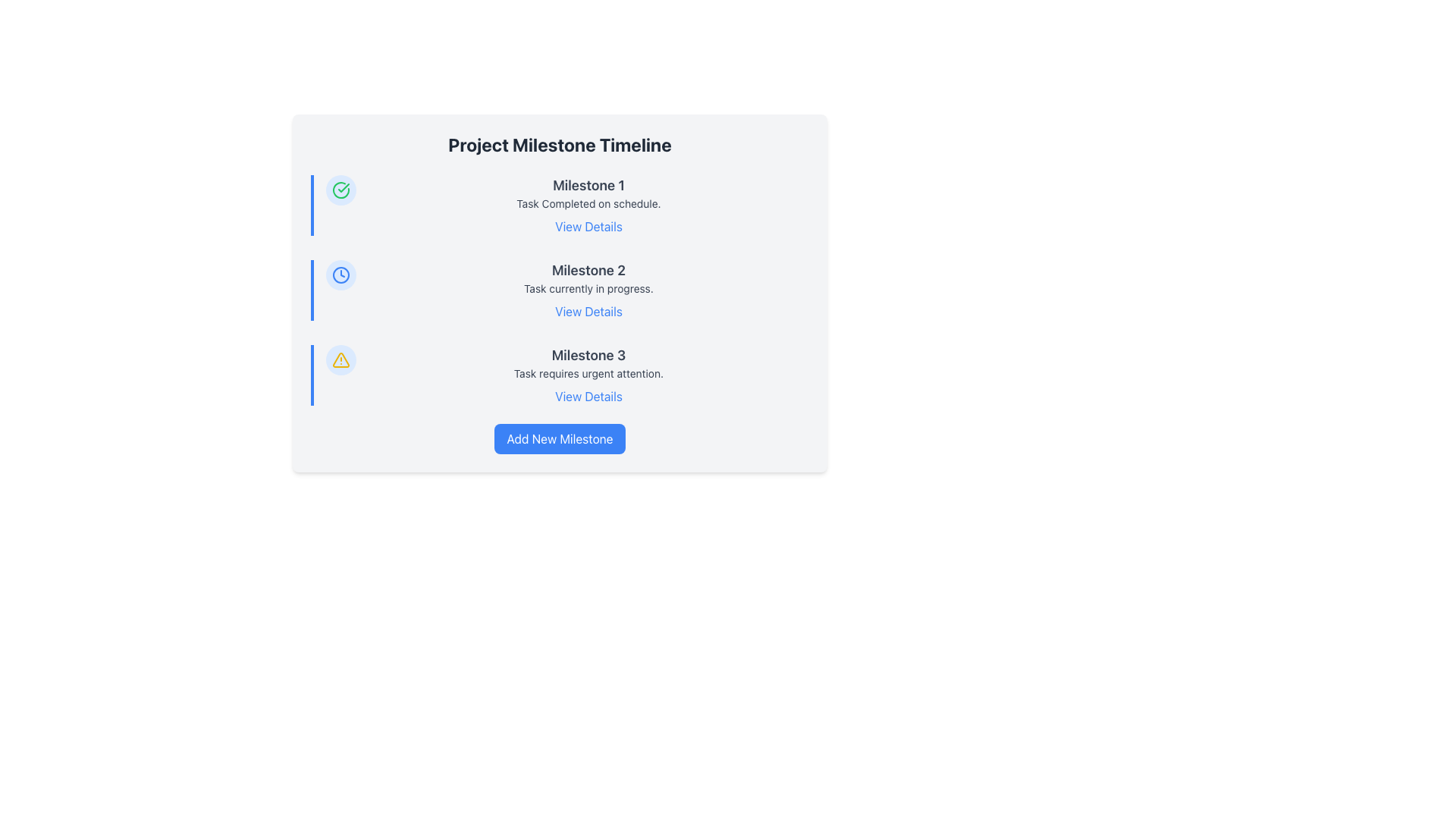 The width and height of the screenshot is (1456, 819). I want to click on the text label displaying 'Milestone 1', which is styled in bold and larger font, positioned at the top of the milestone's descriptive block, so click(588, 185).